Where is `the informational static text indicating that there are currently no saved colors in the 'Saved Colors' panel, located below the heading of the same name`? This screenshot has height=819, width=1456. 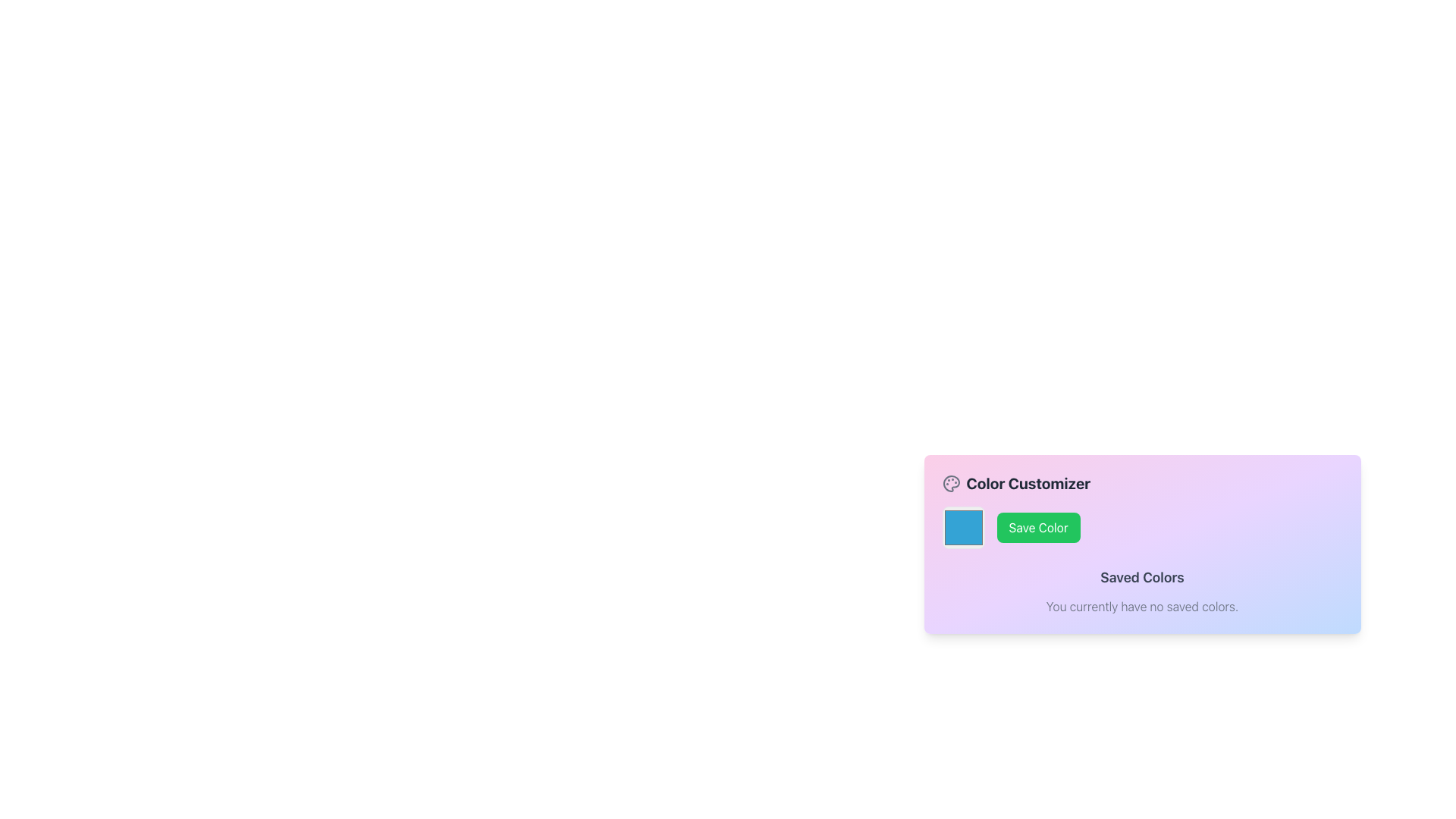 the informational static text indicating that there are currently no saved colors in the 'Saved Colors' panel, located below the heading of the same name is located at coordinates (1142, 605).